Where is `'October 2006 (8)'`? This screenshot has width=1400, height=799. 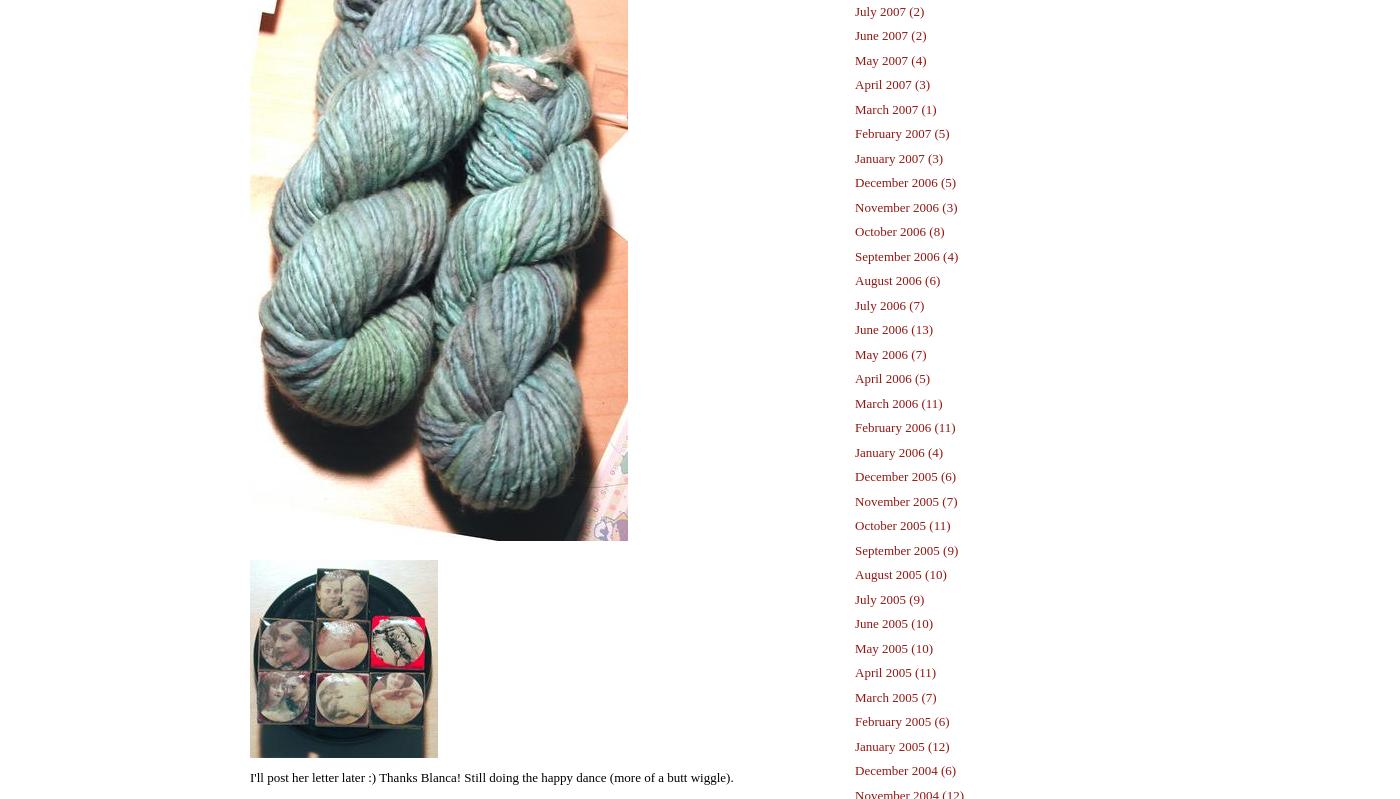
'October 2006 (8)' is located at coordinates (899, 230).